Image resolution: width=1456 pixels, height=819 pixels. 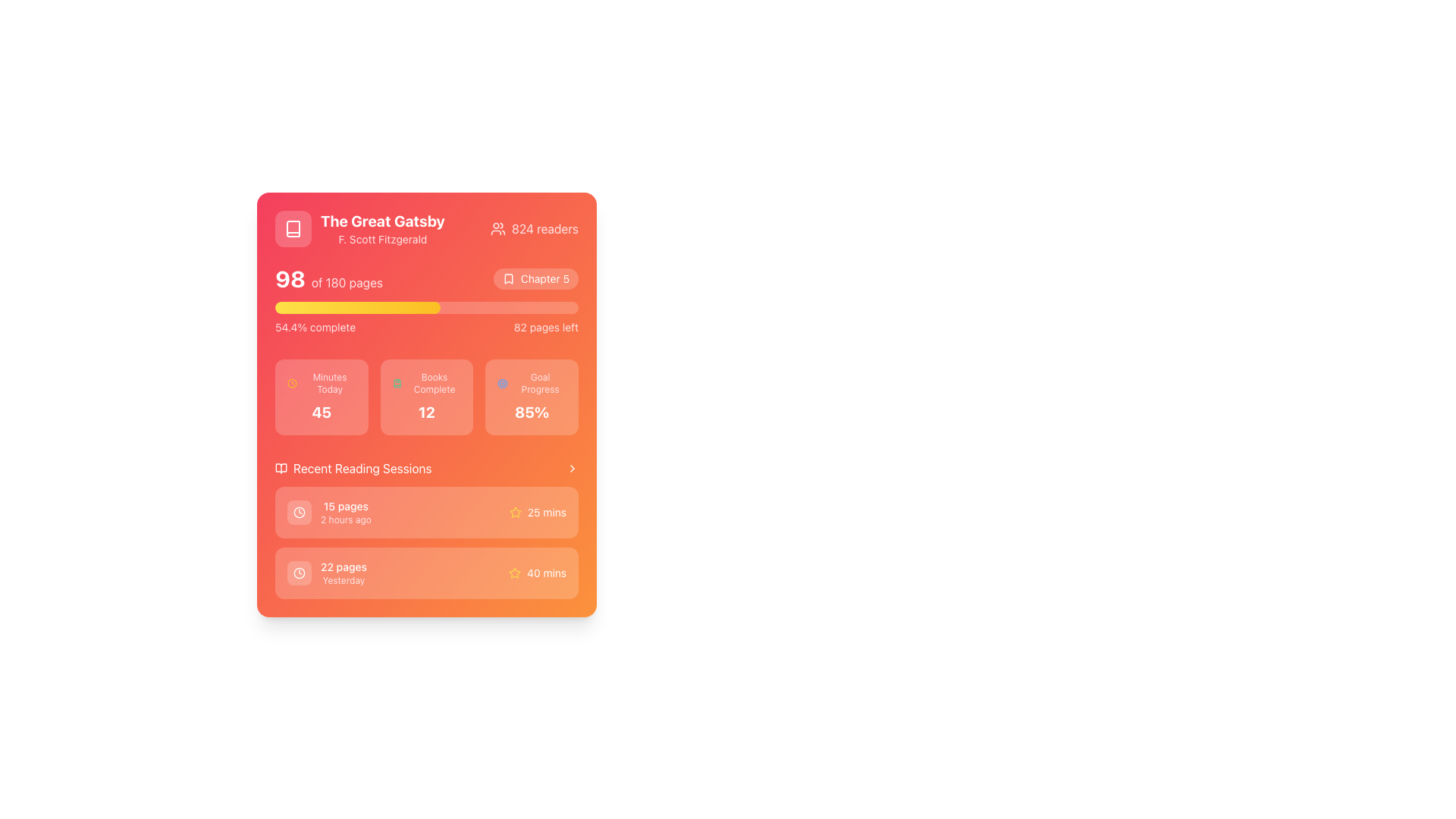 I want to click on the text block containing '22 pages' and 'Yesterday', which is located in the bottom portion of the card under the 'Recent Reading Sessions' heading, so click(x=343, y=573).